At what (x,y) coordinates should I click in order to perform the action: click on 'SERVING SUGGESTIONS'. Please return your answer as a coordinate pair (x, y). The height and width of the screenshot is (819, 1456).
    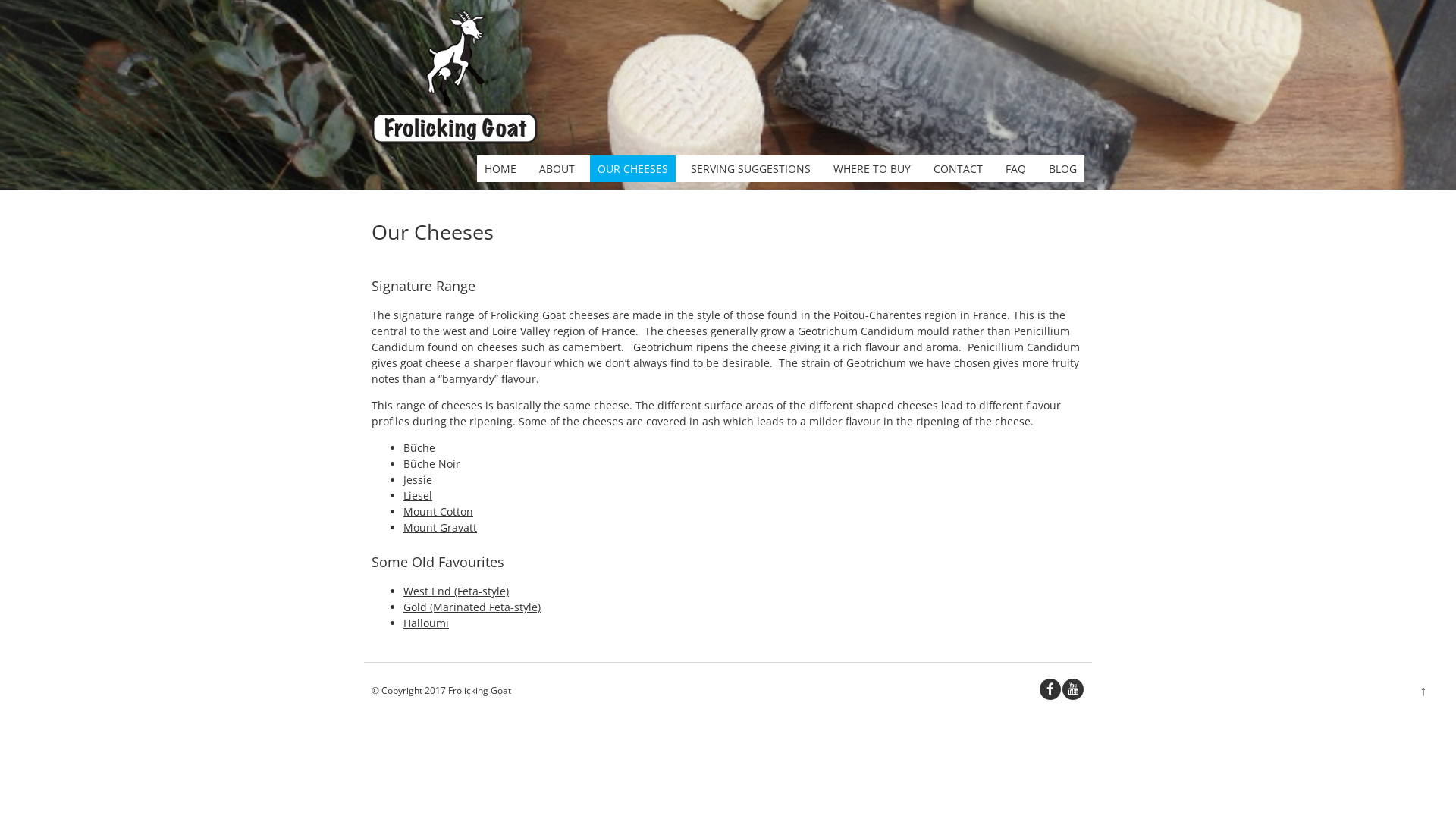
    Looking at the image, I should click on (750, 168).